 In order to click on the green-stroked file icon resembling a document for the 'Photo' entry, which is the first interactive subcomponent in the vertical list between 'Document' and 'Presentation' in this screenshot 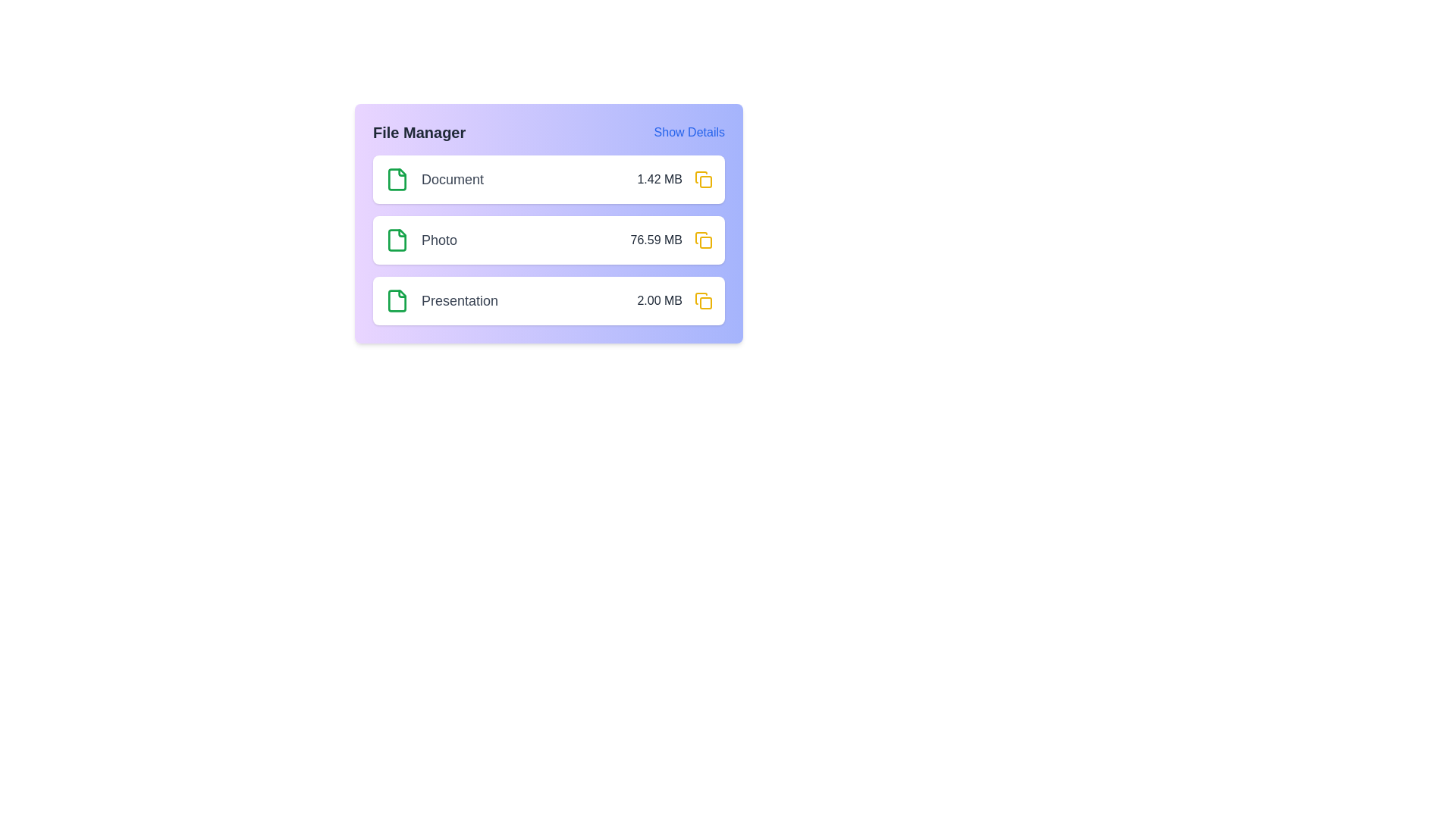, I will do `click(397, 239)`.